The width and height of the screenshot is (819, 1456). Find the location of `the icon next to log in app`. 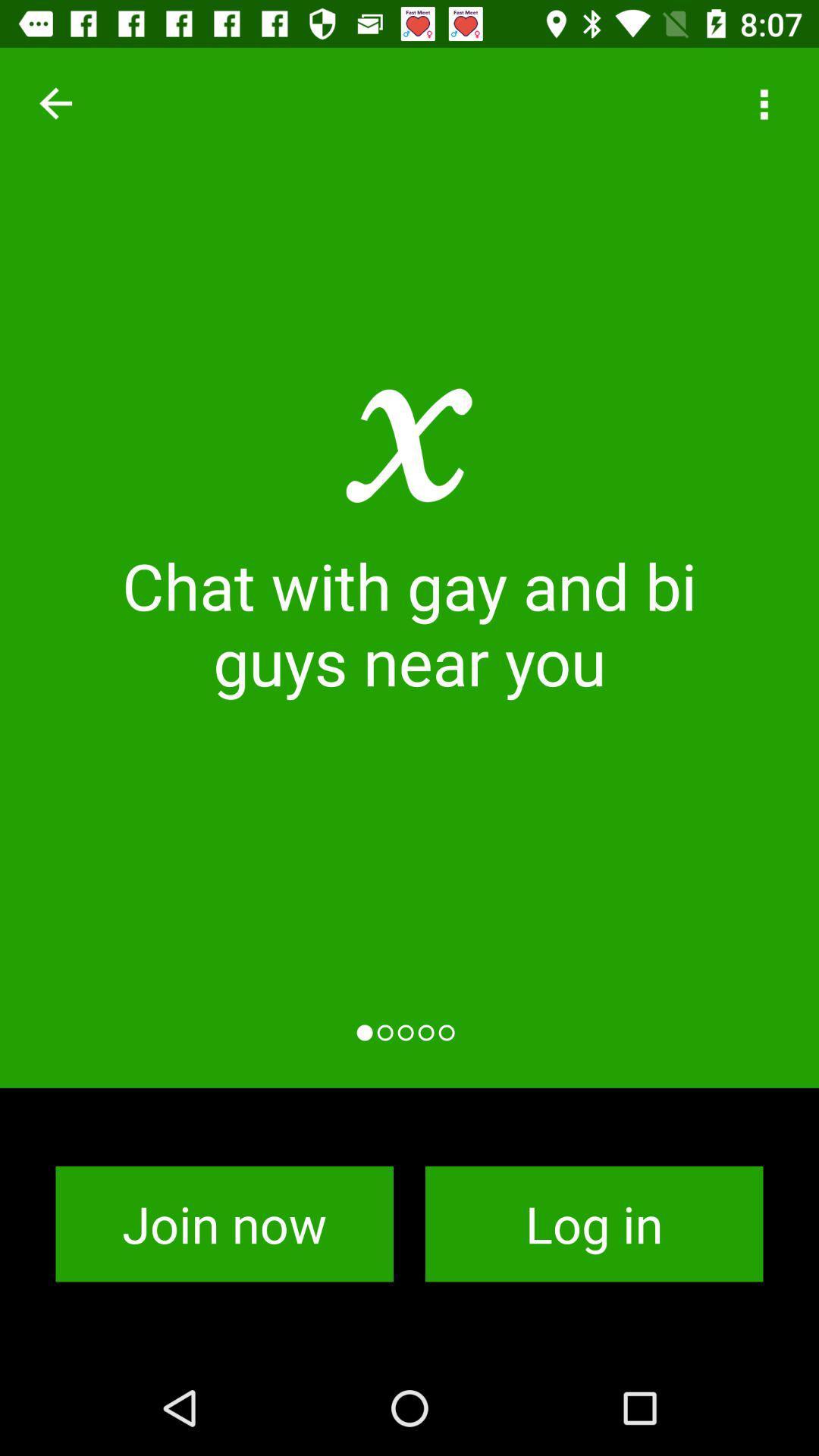

the icon next to log in app is located at coordinates (224, 1224).